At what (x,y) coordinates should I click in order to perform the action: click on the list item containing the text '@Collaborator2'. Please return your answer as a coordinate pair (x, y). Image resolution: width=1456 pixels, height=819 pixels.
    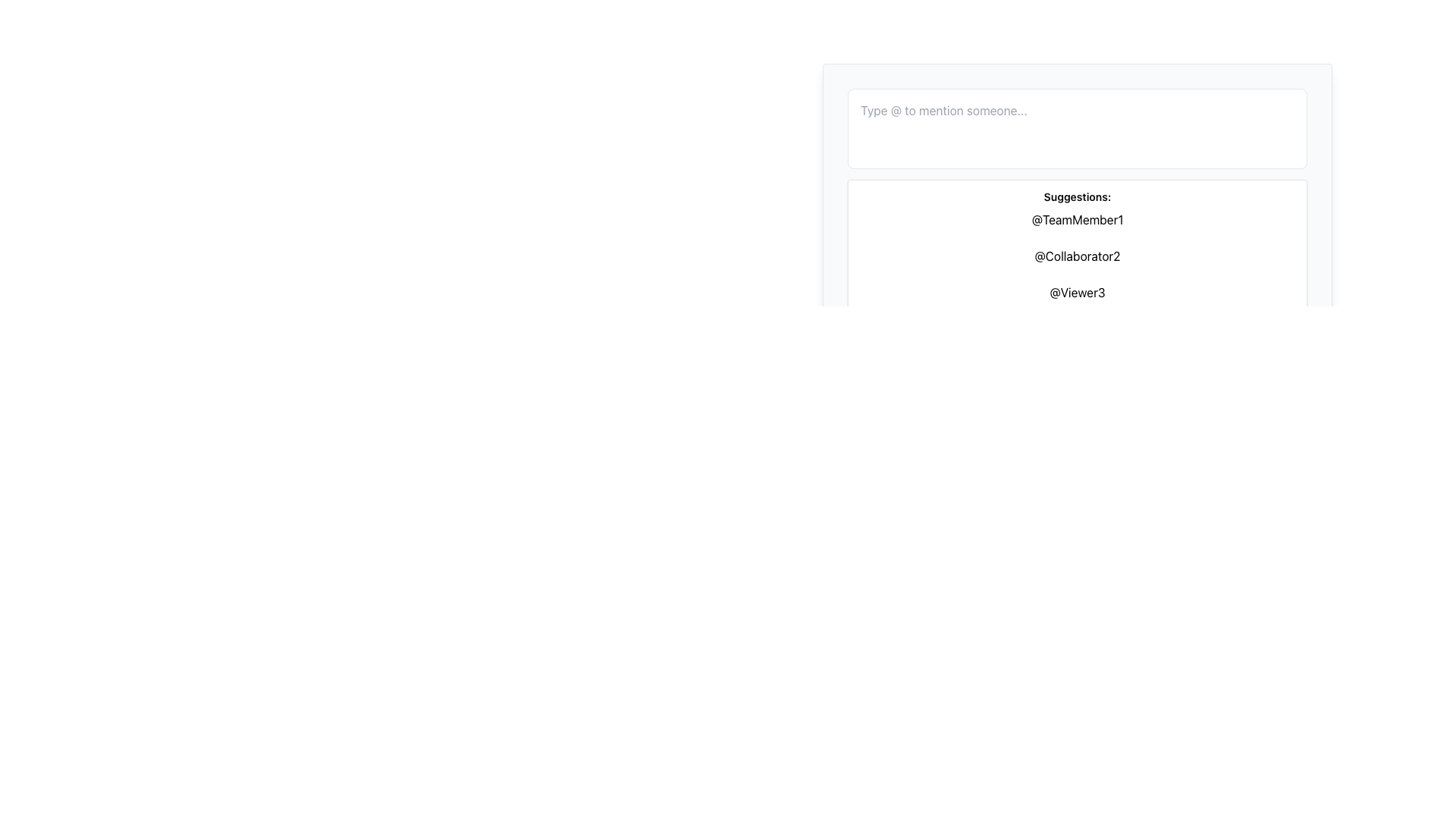
    Looking at the image, I should click on (1076, 256).